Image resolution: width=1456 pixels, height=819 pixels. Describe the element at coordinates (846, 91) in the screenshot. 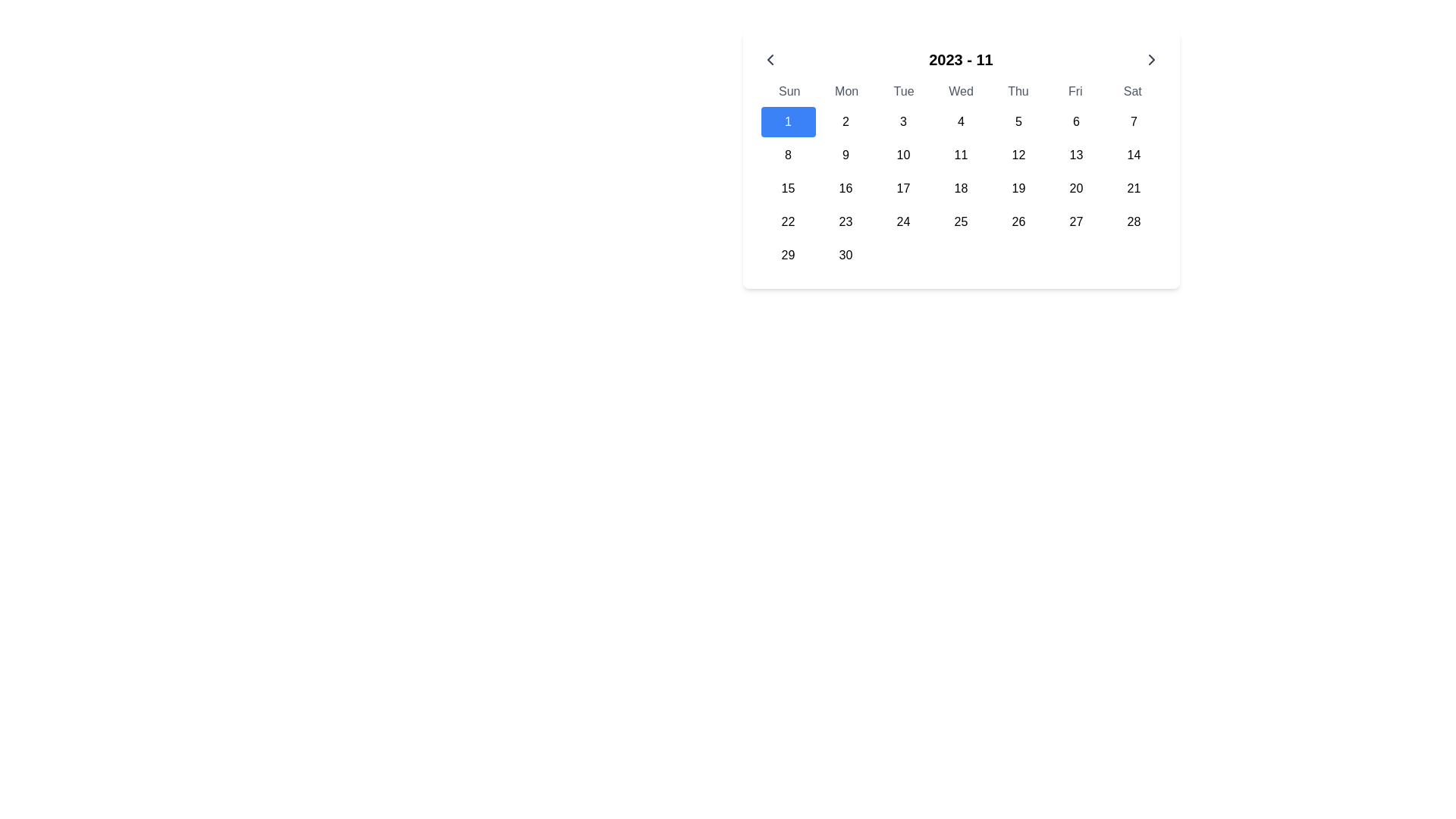

I see `the 'Mon' text label, which represents Monday in the weekly calendar, to trigger visual cues` at that location.